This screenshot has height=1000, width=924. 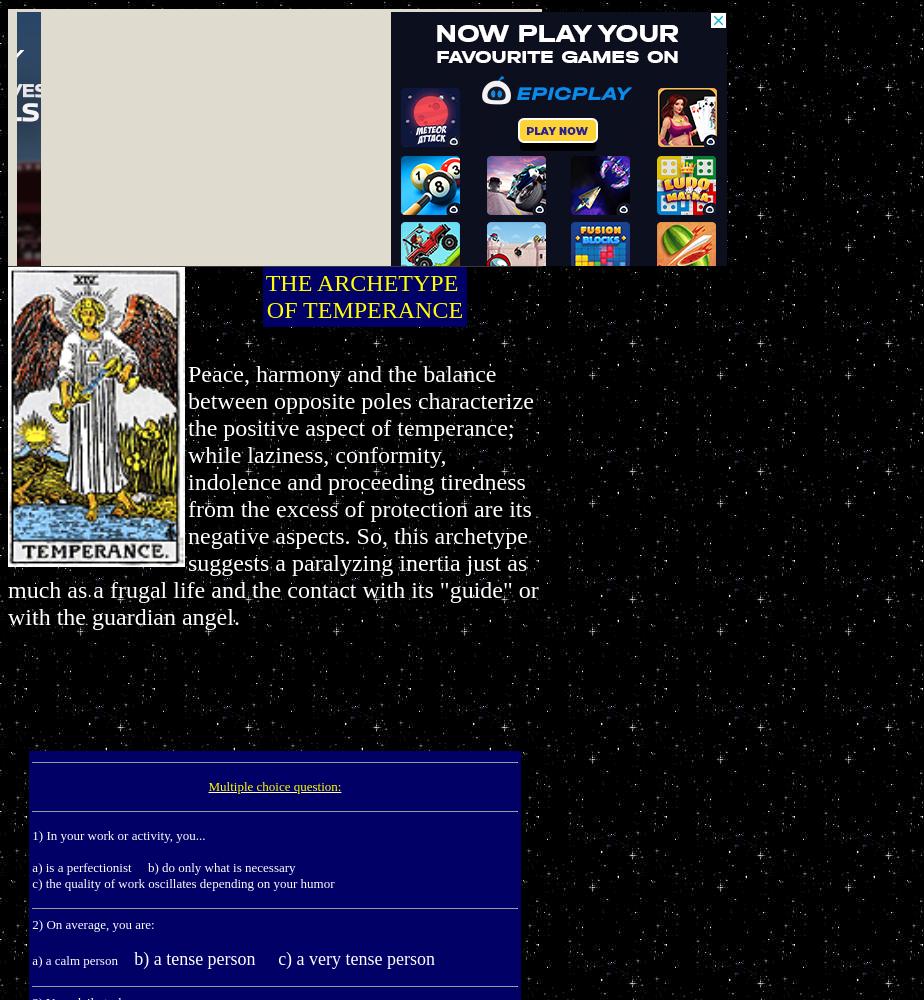 I want to click on 'OF TEMPERANCE', so click(x=364, y=310).